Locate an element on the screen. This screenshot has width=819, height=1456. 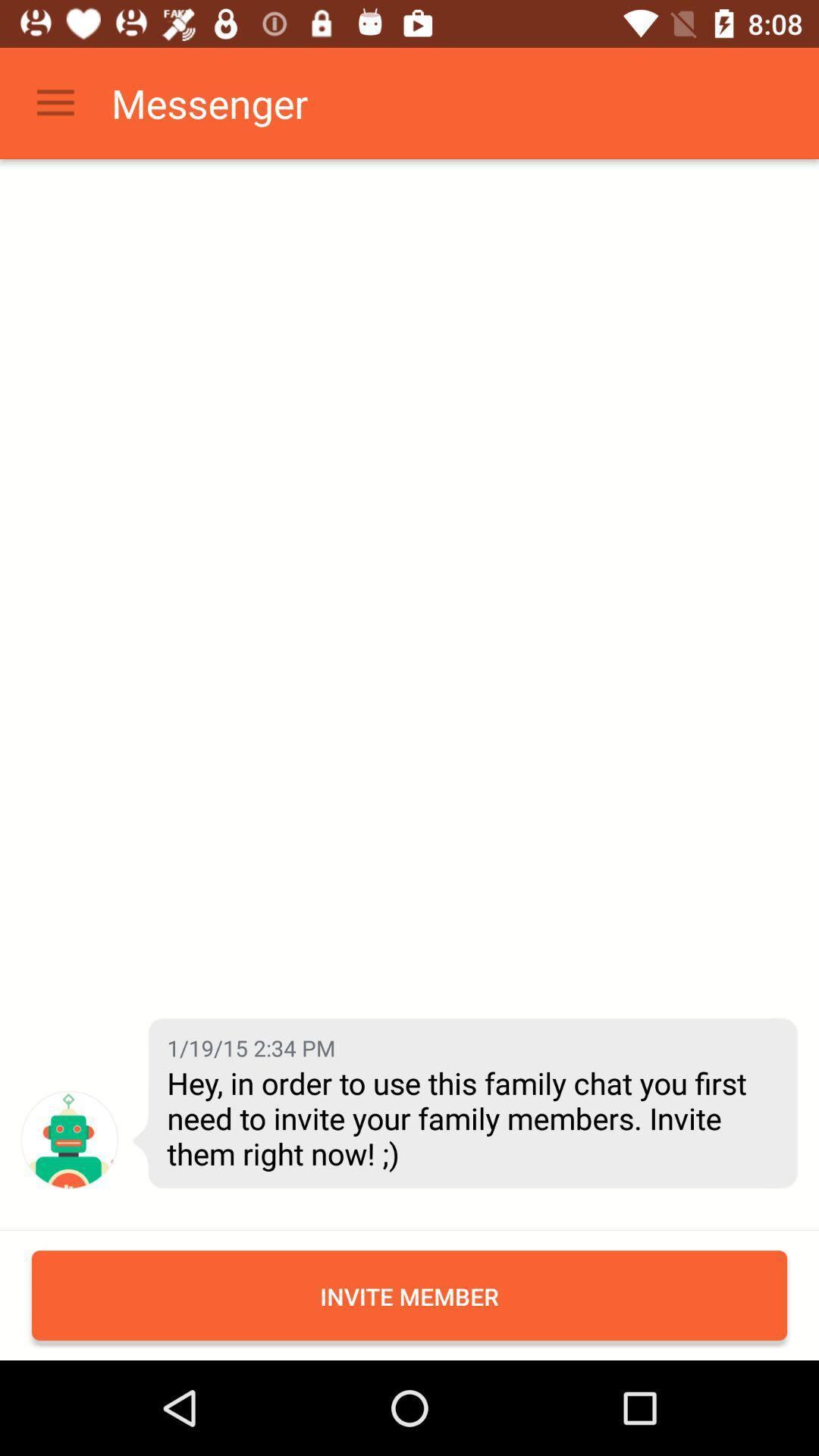
the hey in order icon is located at coordinates (470, 1118).